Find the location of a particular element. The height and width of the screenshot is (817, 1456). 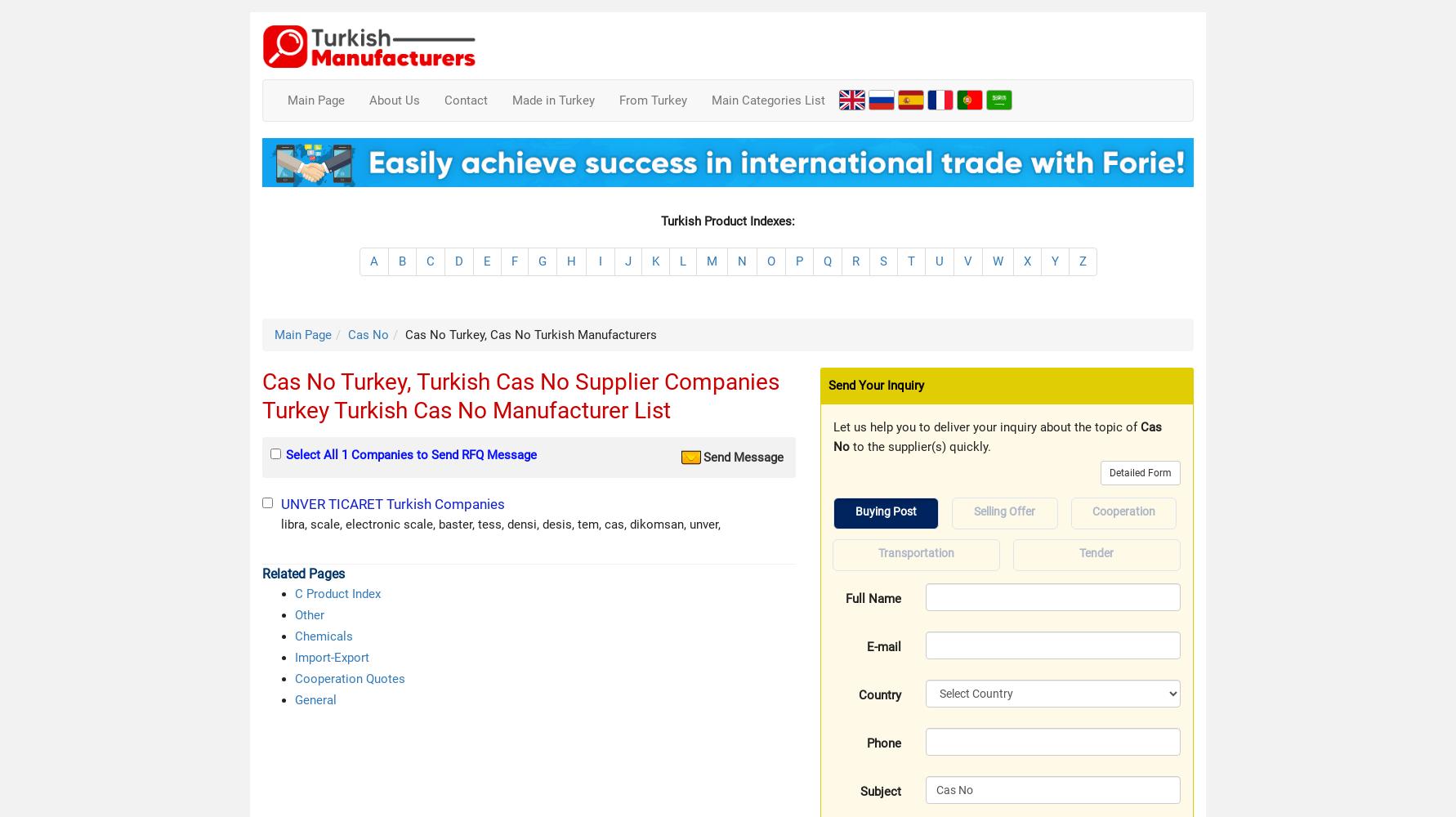

'Main Categories List' is located at coordinates (768, 100).